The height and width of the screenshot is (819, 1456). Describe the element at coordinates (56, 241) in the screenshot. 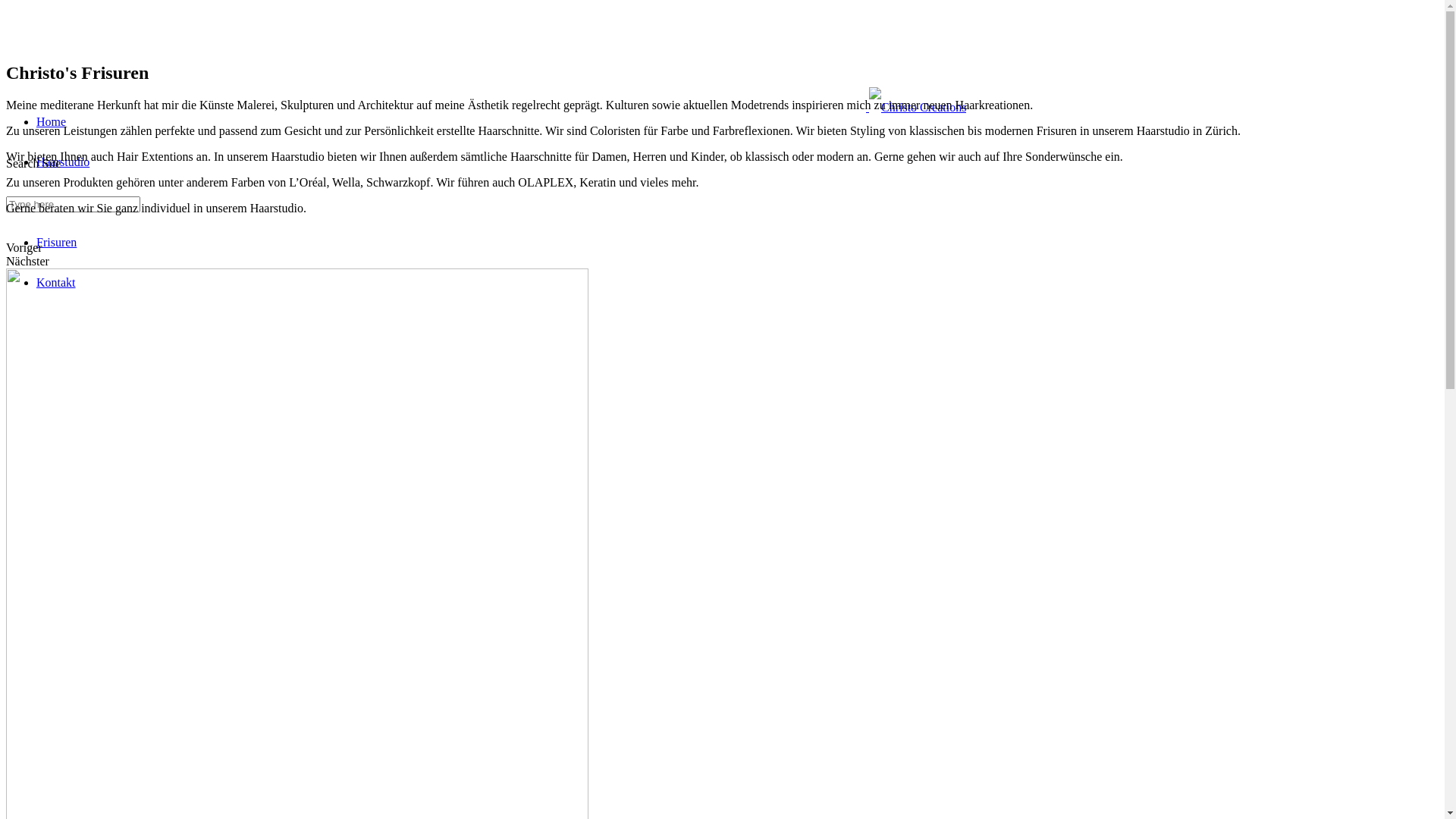

I see `'Frisuren'` at that location.